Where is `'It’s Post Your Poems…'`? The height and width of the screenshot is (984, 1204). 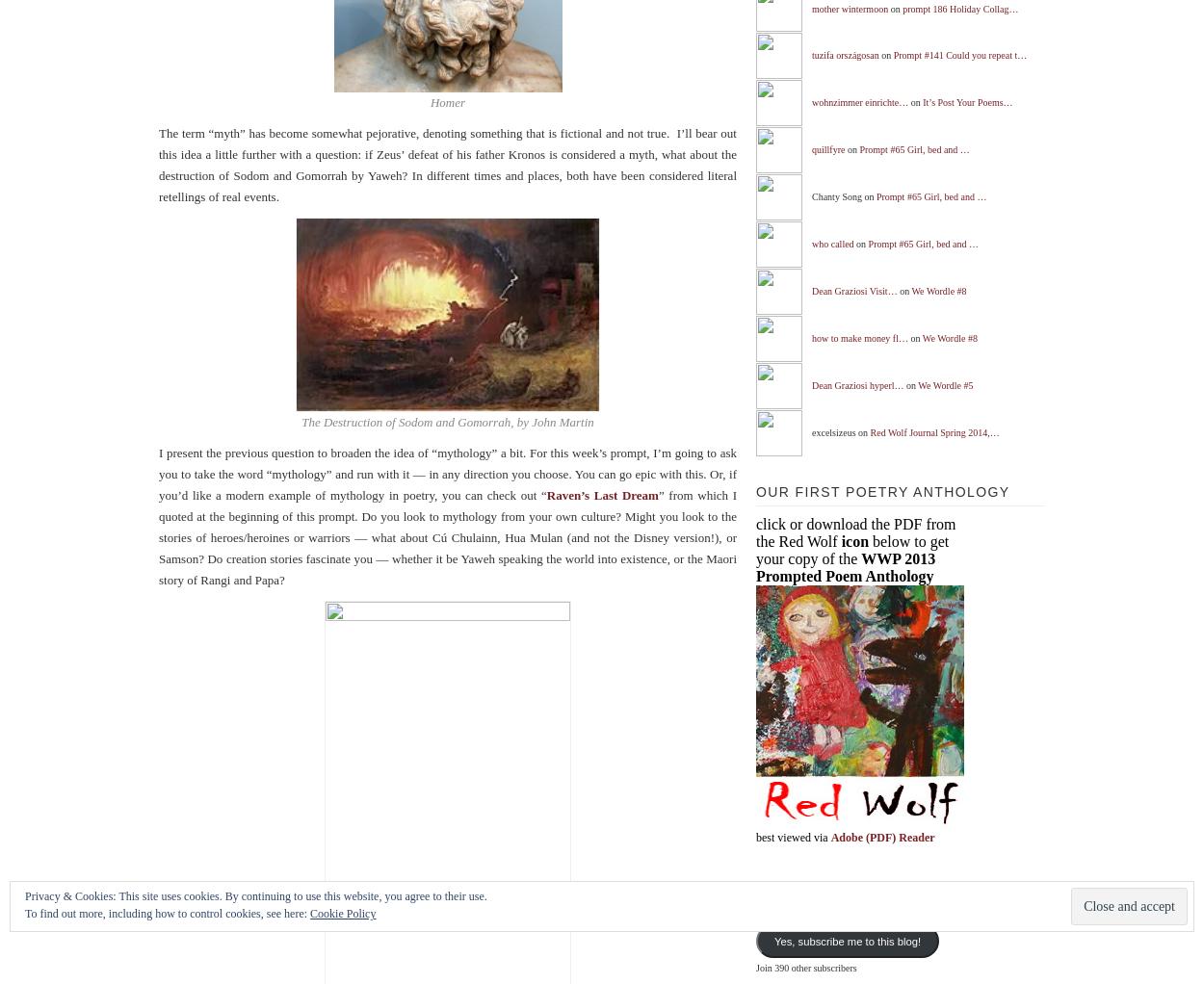
'It’s Post Your Poems…' is located at coordinates (967, 100).